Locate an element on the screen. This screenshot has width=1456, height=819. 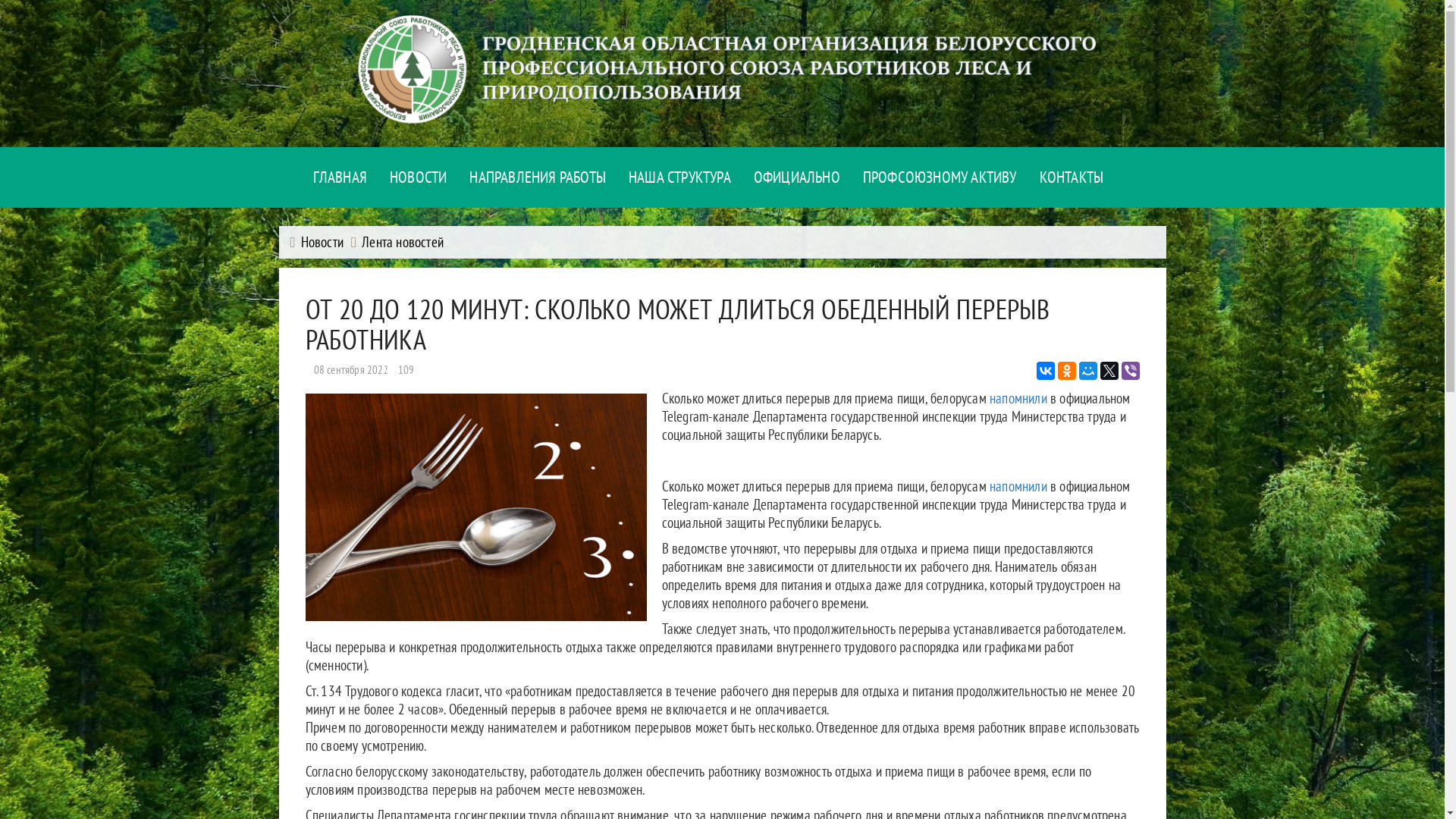
'Viber' is located at coordinates (1129, 371).